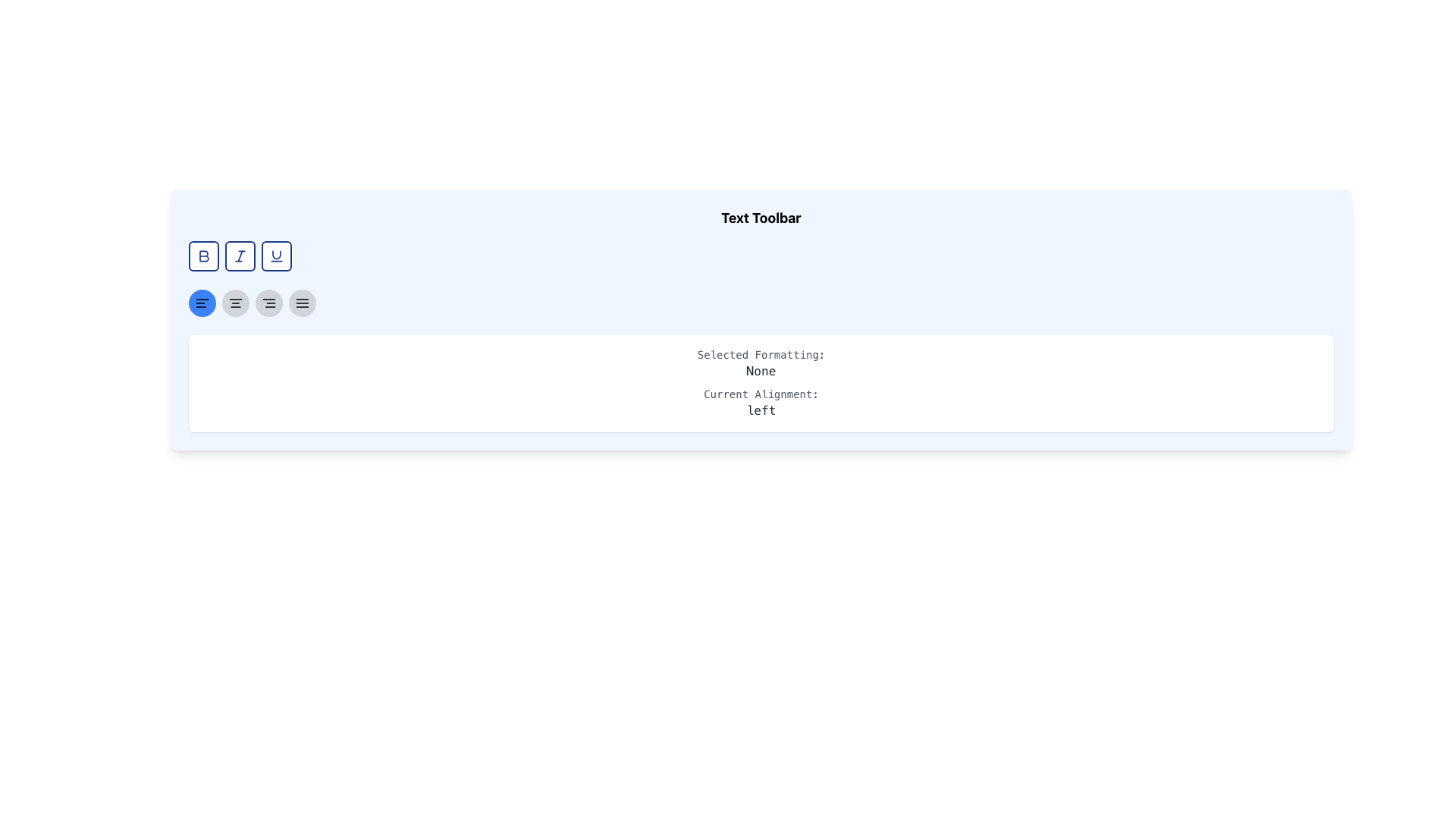  I want to click on the circular button with a gray background and three horizontal lines to align text to the center, so click(235, 303).